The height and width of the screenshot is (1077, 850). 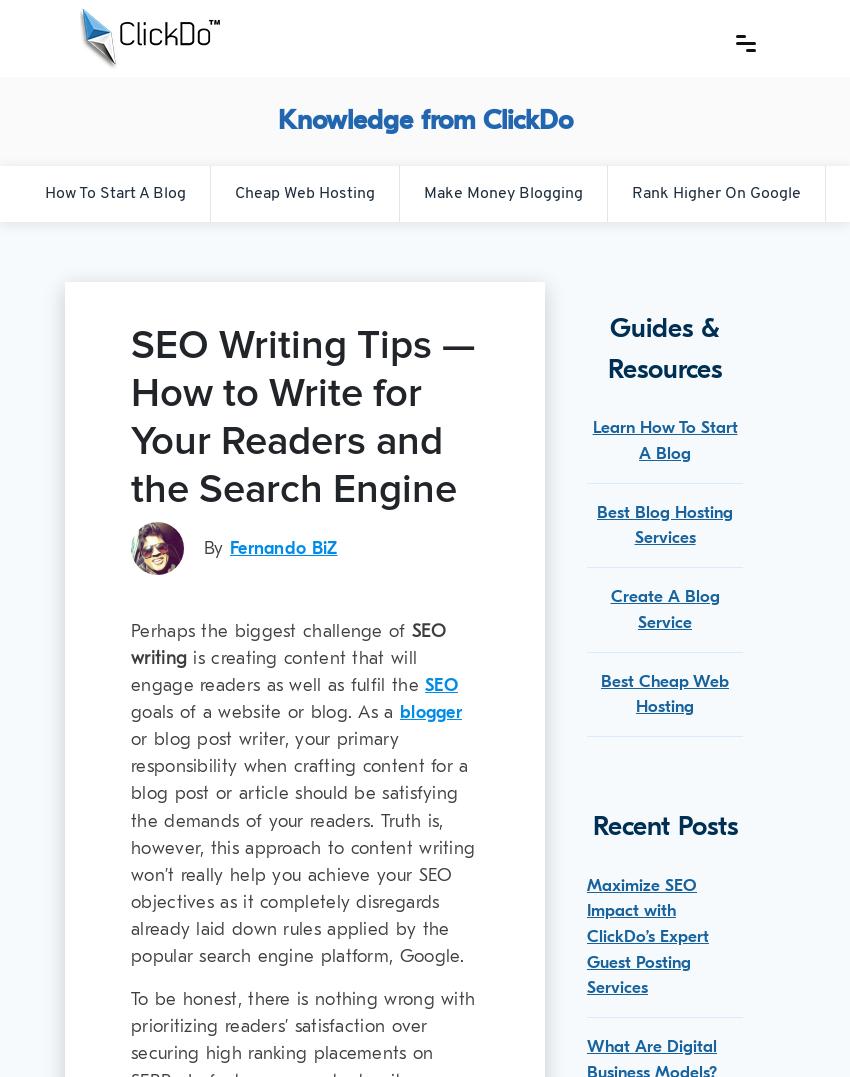 I want to click on 'Knowledge from ClickDo', so click(x=424, y=119).